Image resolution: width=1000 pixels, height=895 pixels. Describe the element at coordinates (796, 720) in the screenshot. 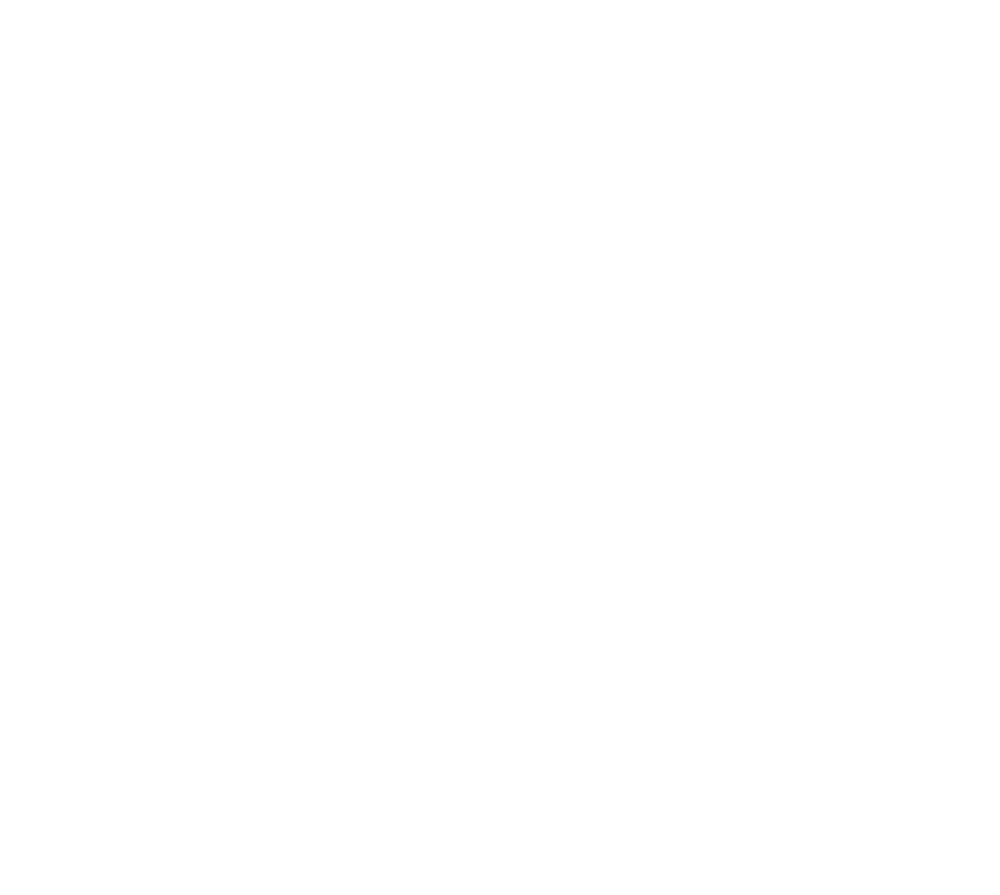

I see `'Peak Time Service Delivery Assurance'` at that location.